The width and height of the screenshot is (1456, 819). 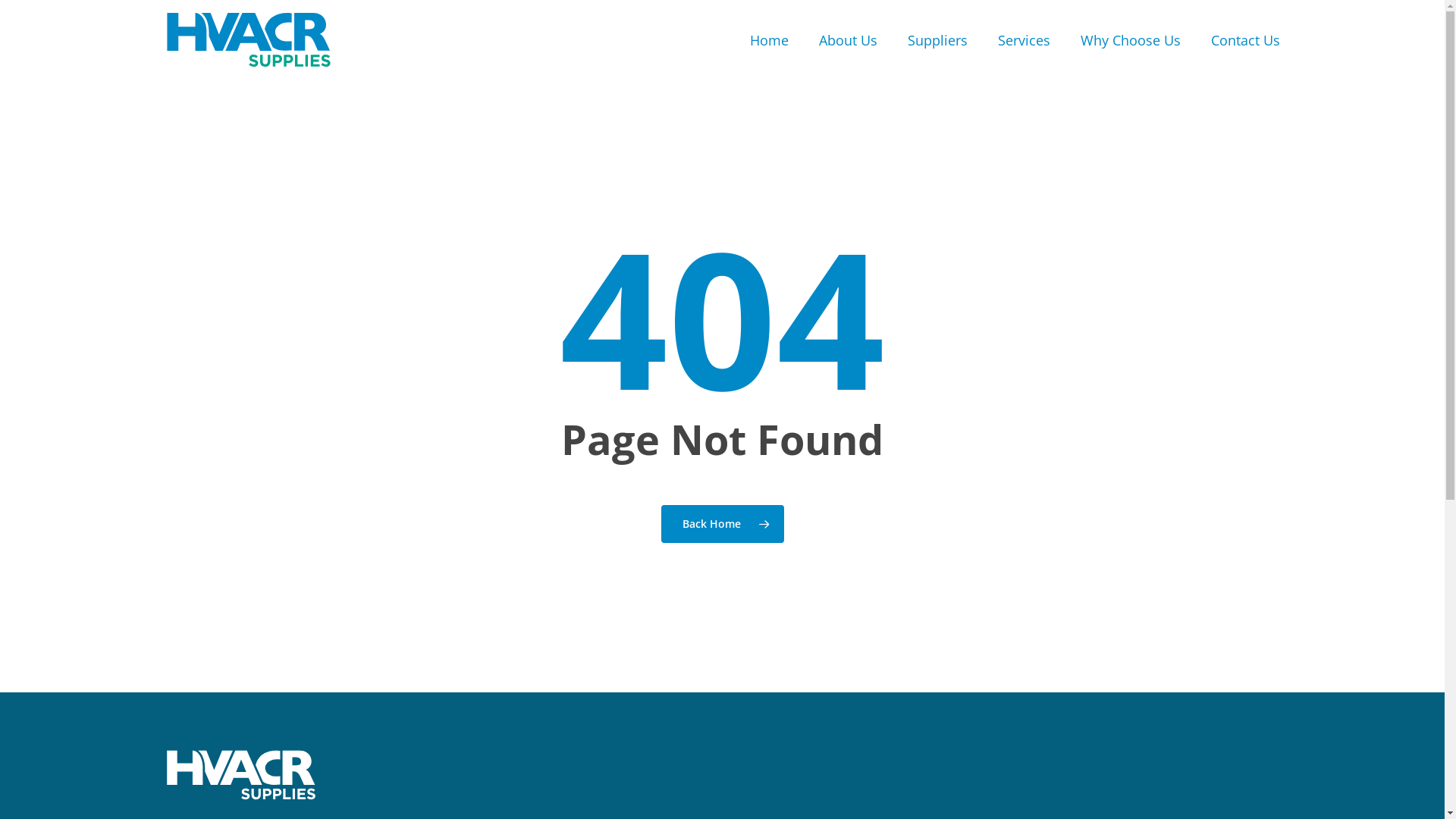 I want to click on 'About Us', so click(x=847, y=39).